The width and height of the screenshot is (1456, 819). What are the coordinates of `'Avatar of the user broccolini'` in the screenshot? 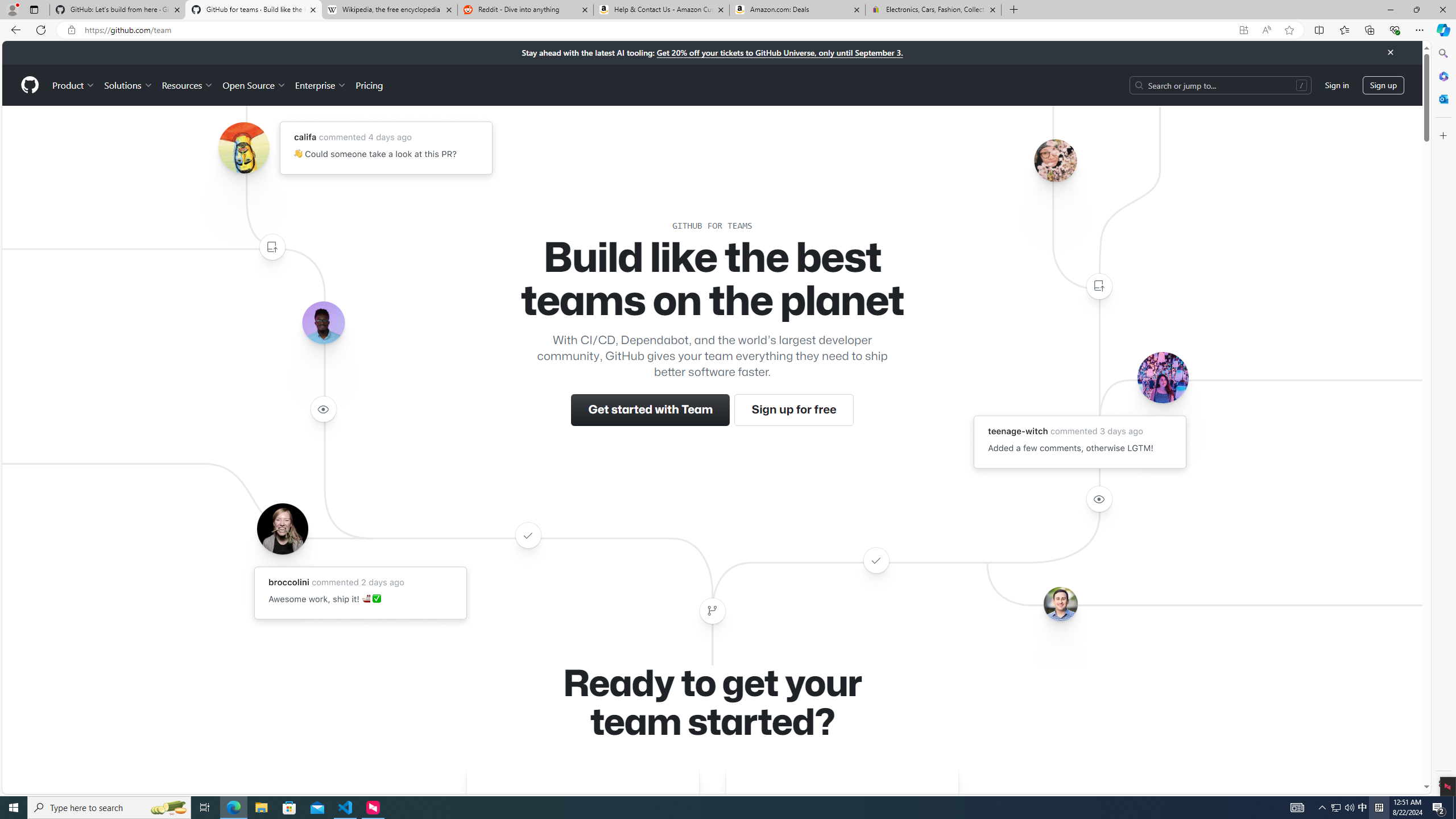 It's located at (282, 528).